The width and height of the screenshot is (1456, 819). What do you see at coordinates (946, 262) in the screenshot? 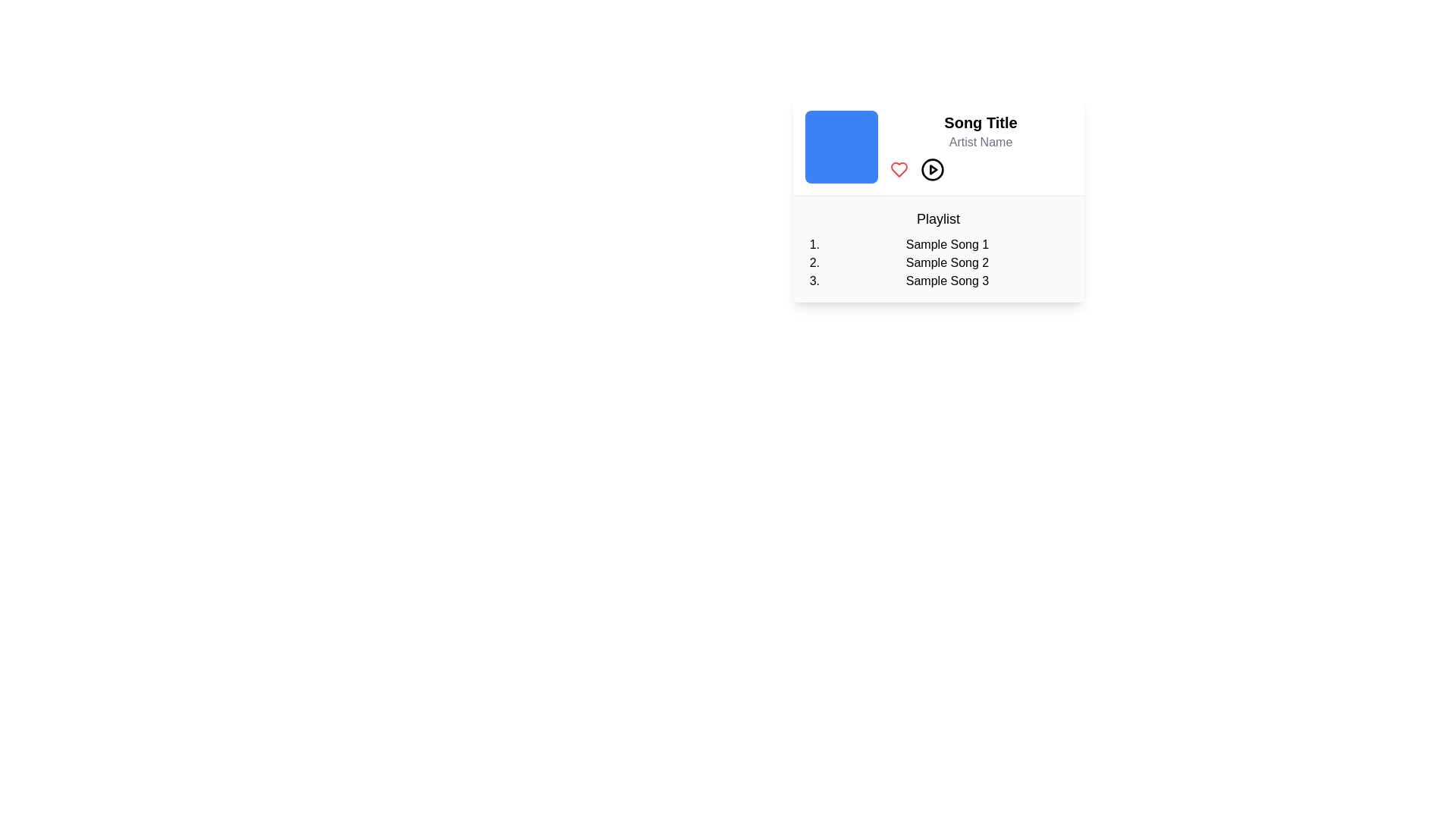
I see `the second item in the playlist, which identifies a specific song between 'Sample Song 1' and 'Sample Song 3', to unveil more options or details` at bounding box center [946, 262].